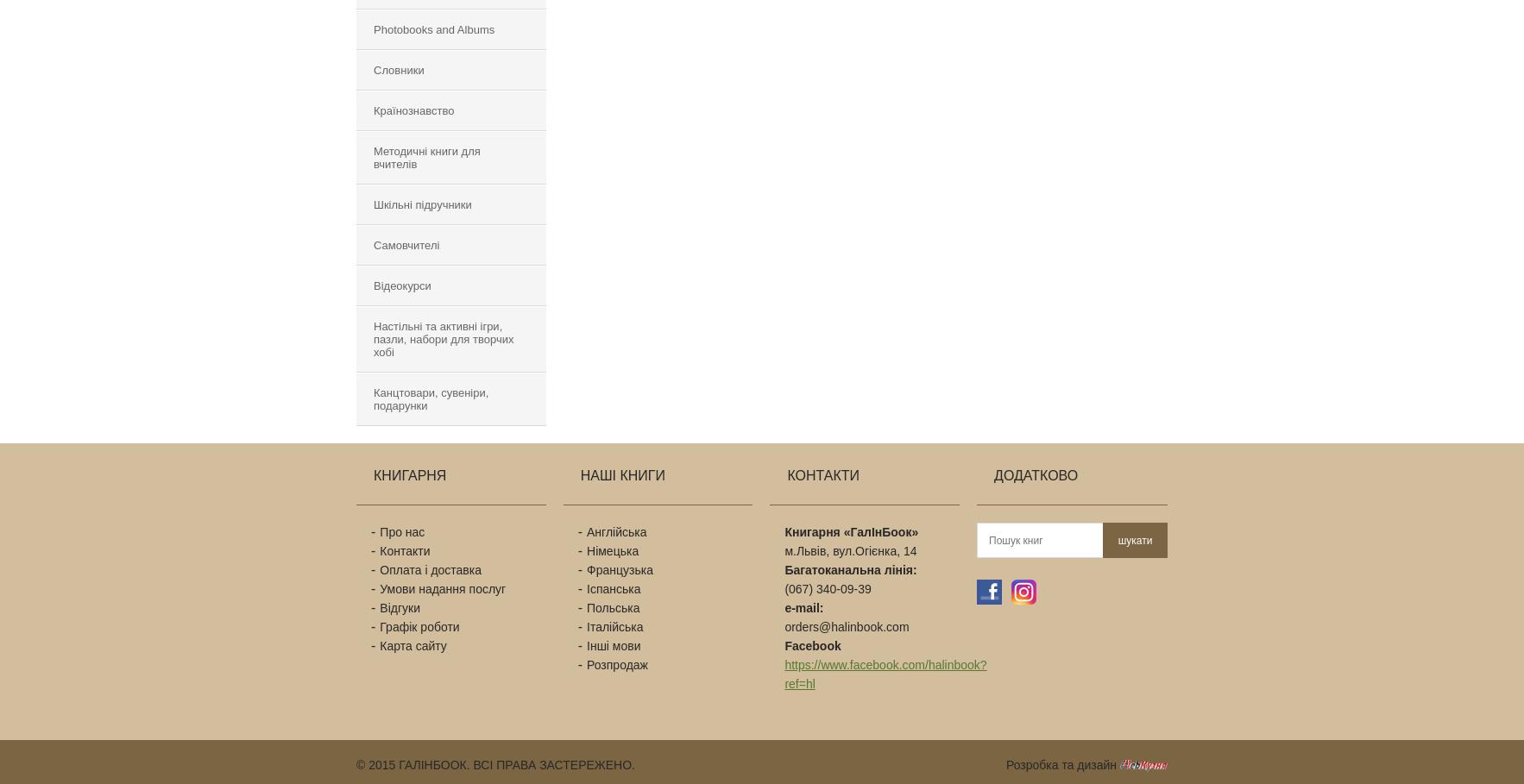 The height and width of the screenshot is (784, 1524). I want to click on 'Канцтовари, сувеніри, подарунки', so click(431, 399).